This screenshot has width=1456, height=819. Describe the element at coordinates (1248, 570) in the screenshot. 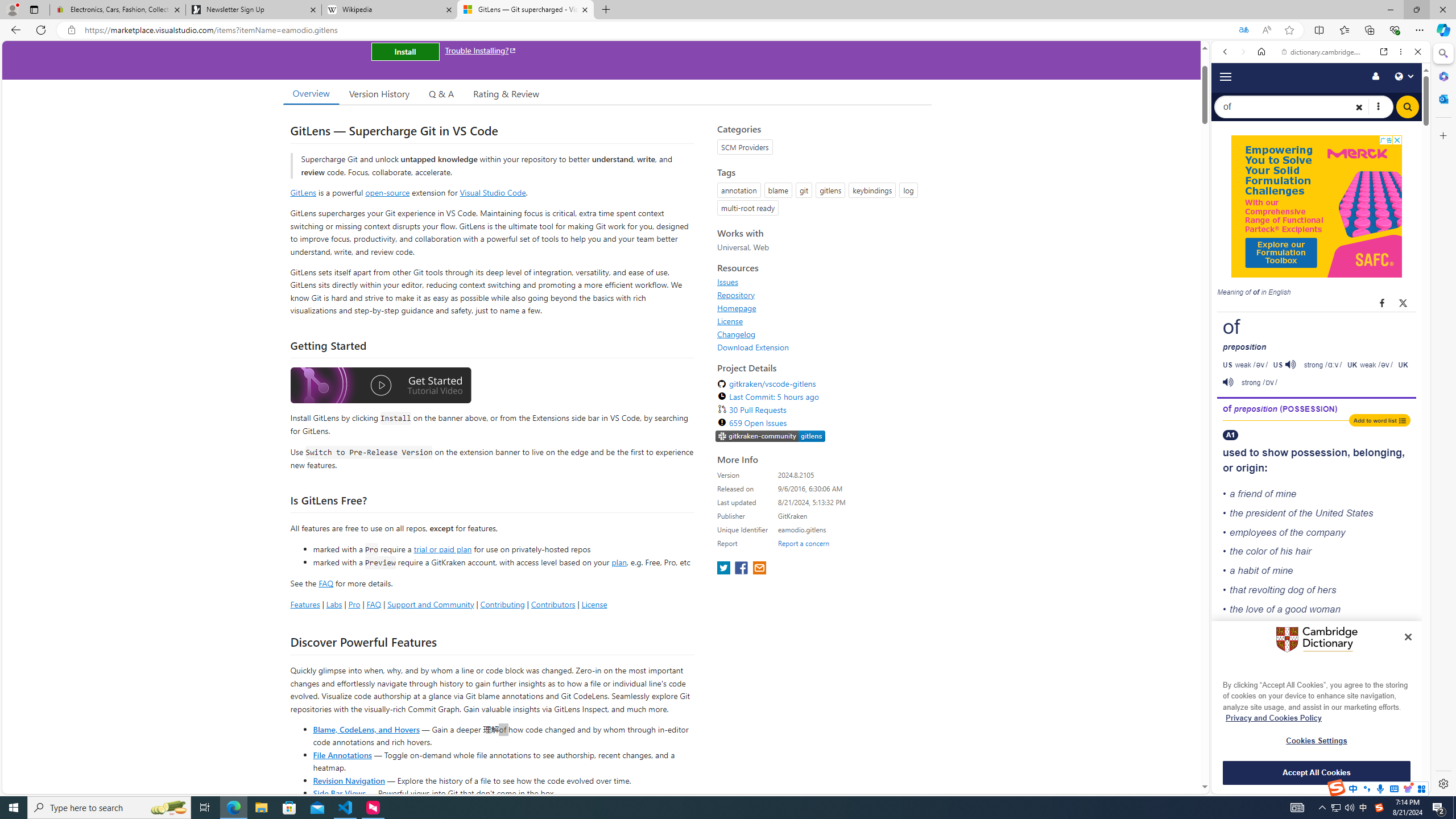

I see `'habit'` at that location.